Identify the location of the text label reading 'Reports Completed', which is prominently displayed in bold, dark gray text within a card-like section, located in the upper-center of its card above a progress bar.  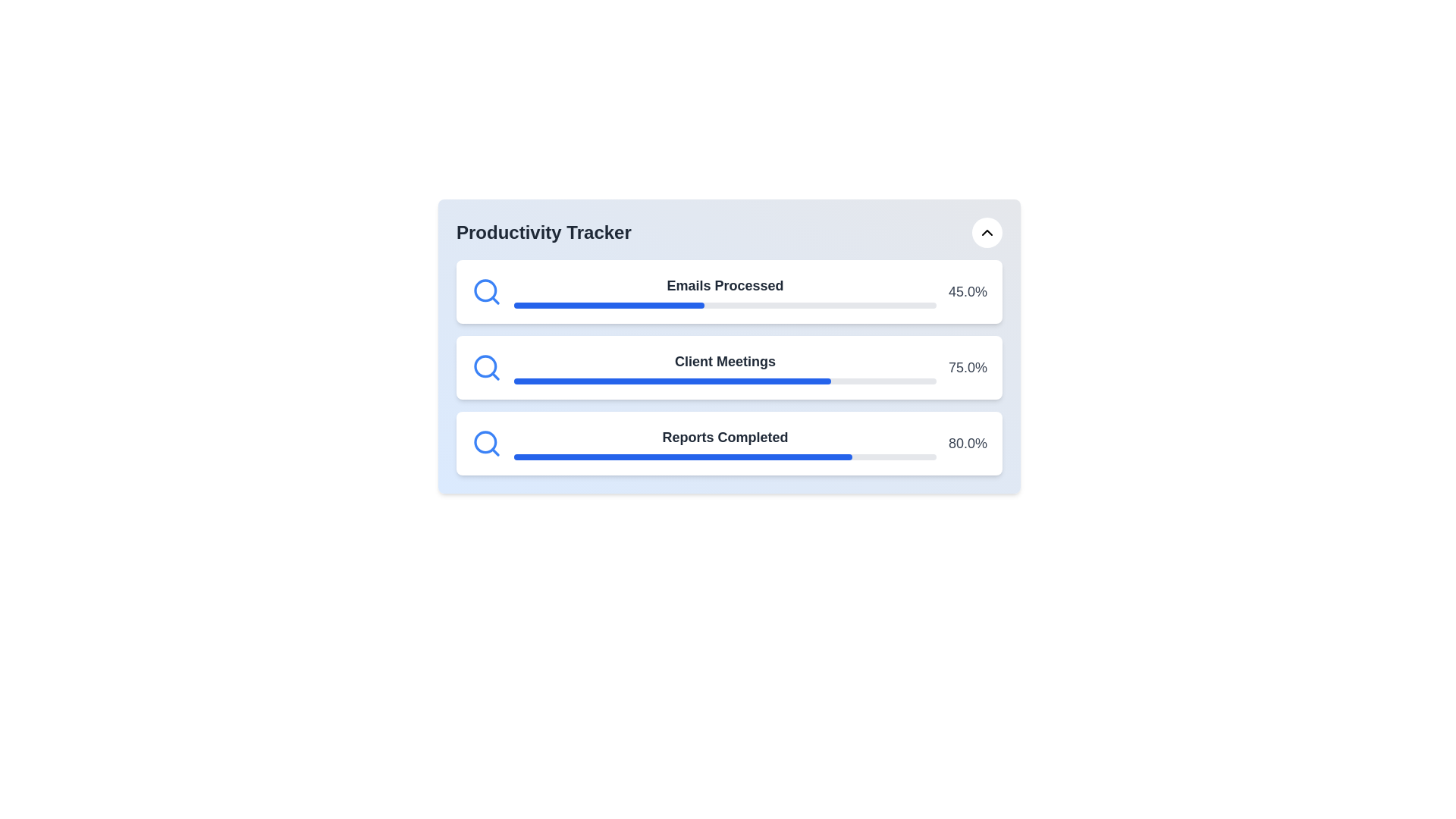
(724, 438).